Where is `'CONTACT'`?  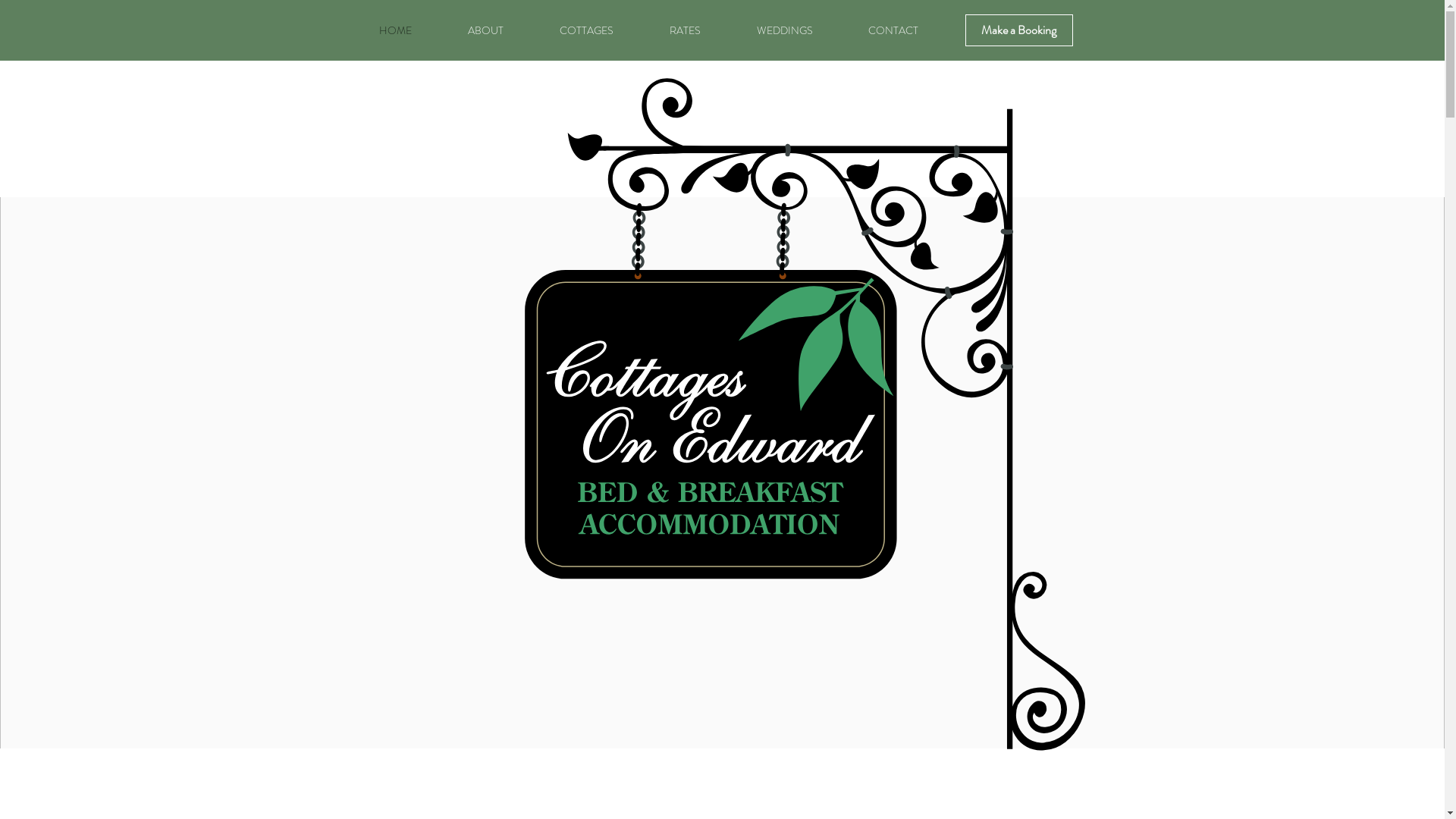 'CONTACT' is located at coordinates (839, 30).